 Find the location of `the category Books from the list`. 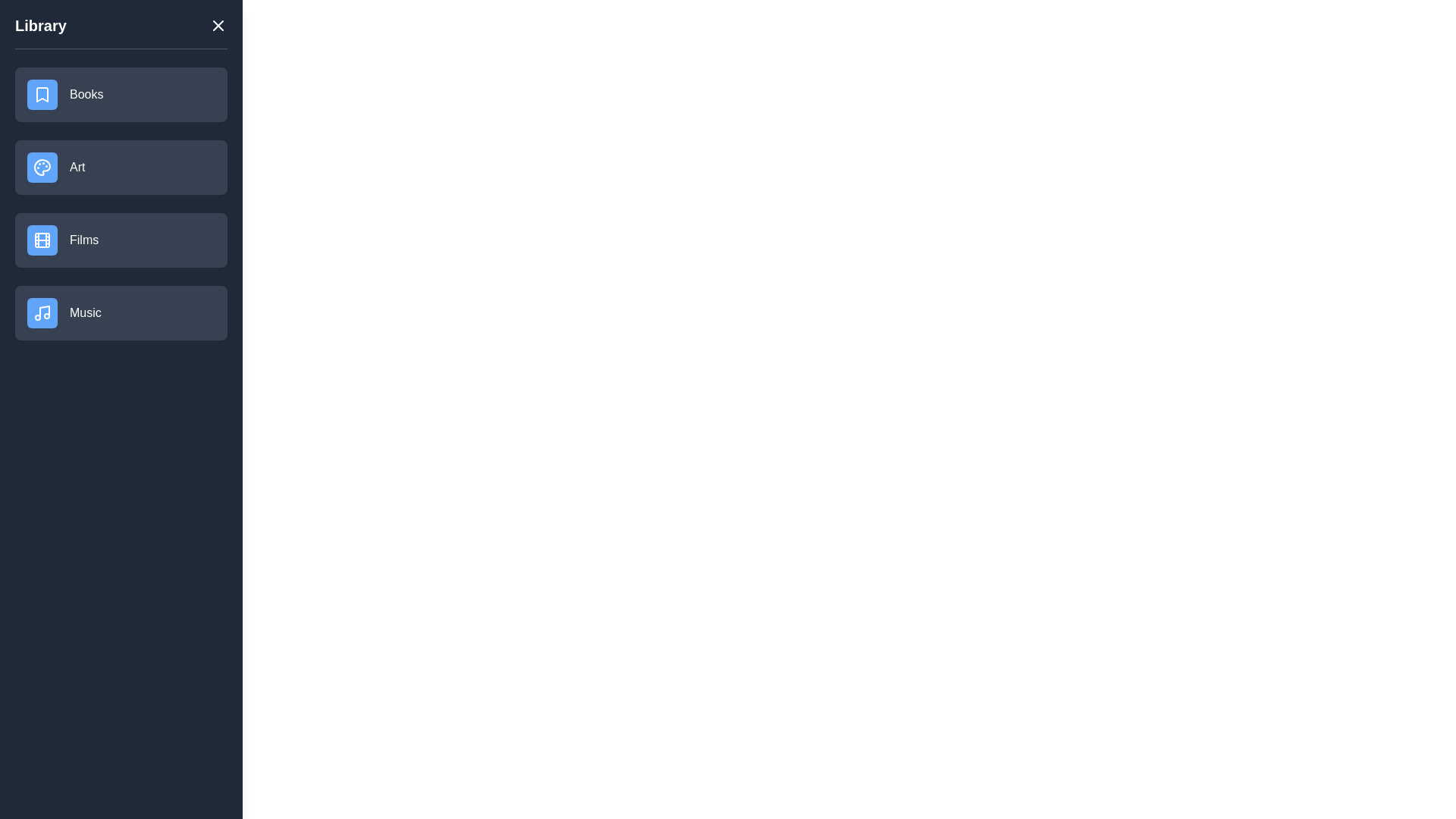

the category Books from the list is located at coordinates (120, 94).